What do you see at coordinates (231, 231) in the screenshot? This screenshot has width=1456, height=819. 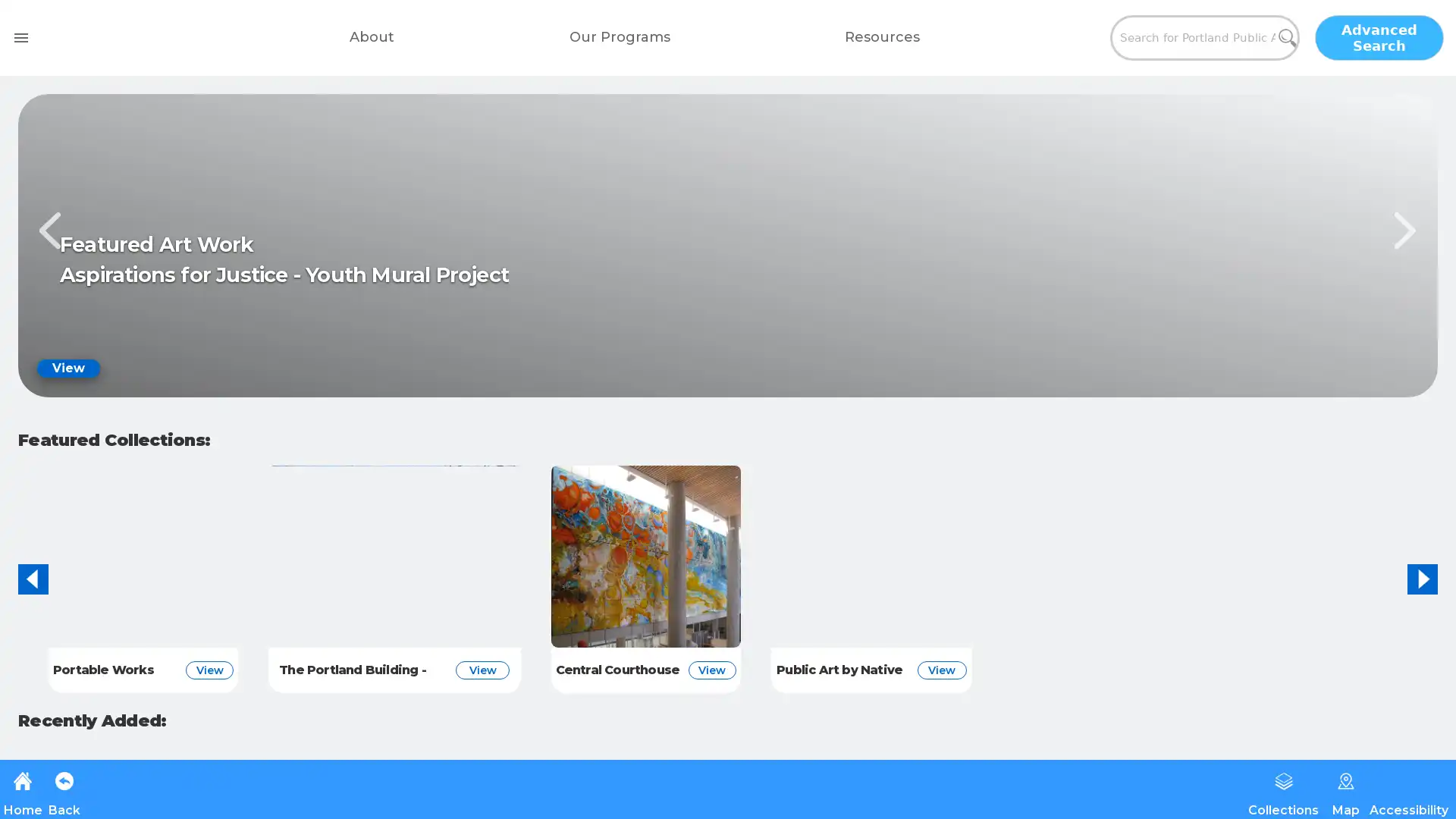 I see `Previous` at bounding box center [231, 231].